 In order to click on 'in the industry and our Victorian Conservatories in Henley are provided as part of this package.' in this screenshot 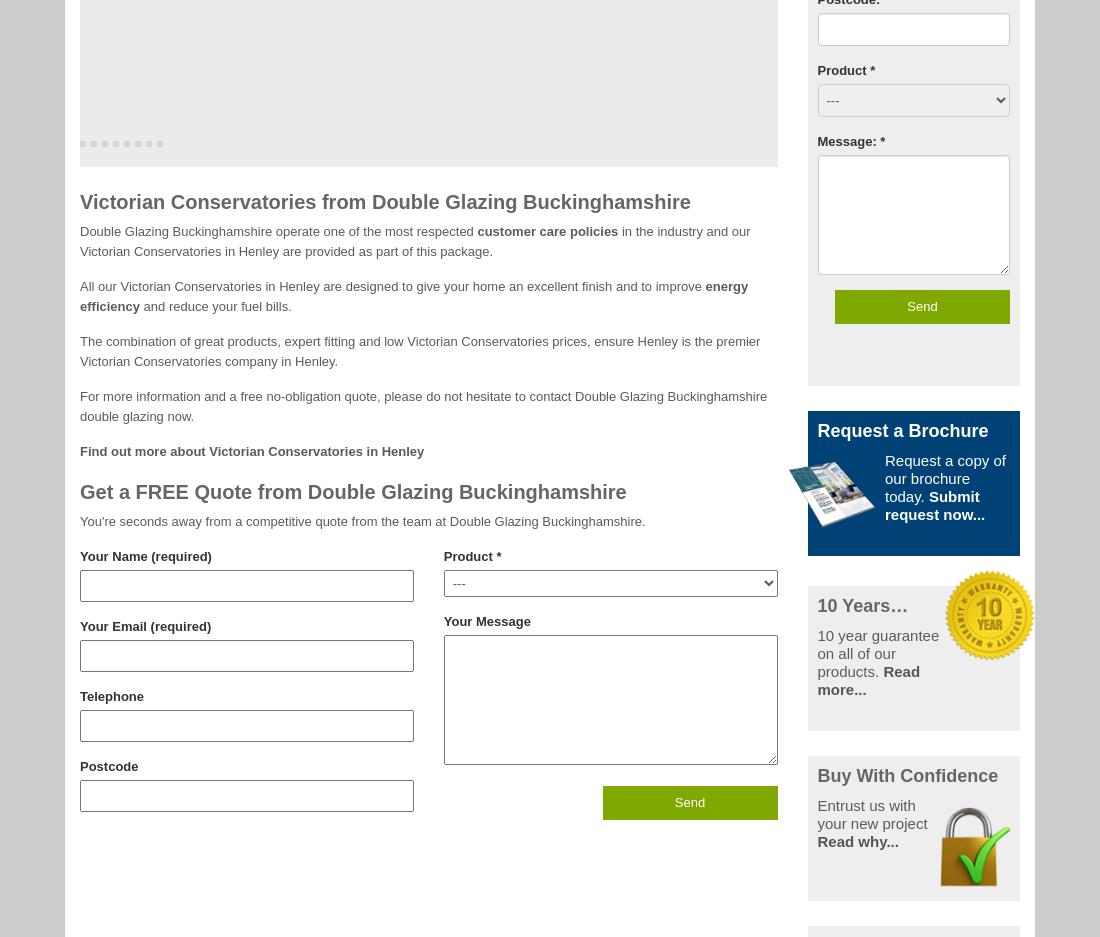, I will do `click(414, 239)`.